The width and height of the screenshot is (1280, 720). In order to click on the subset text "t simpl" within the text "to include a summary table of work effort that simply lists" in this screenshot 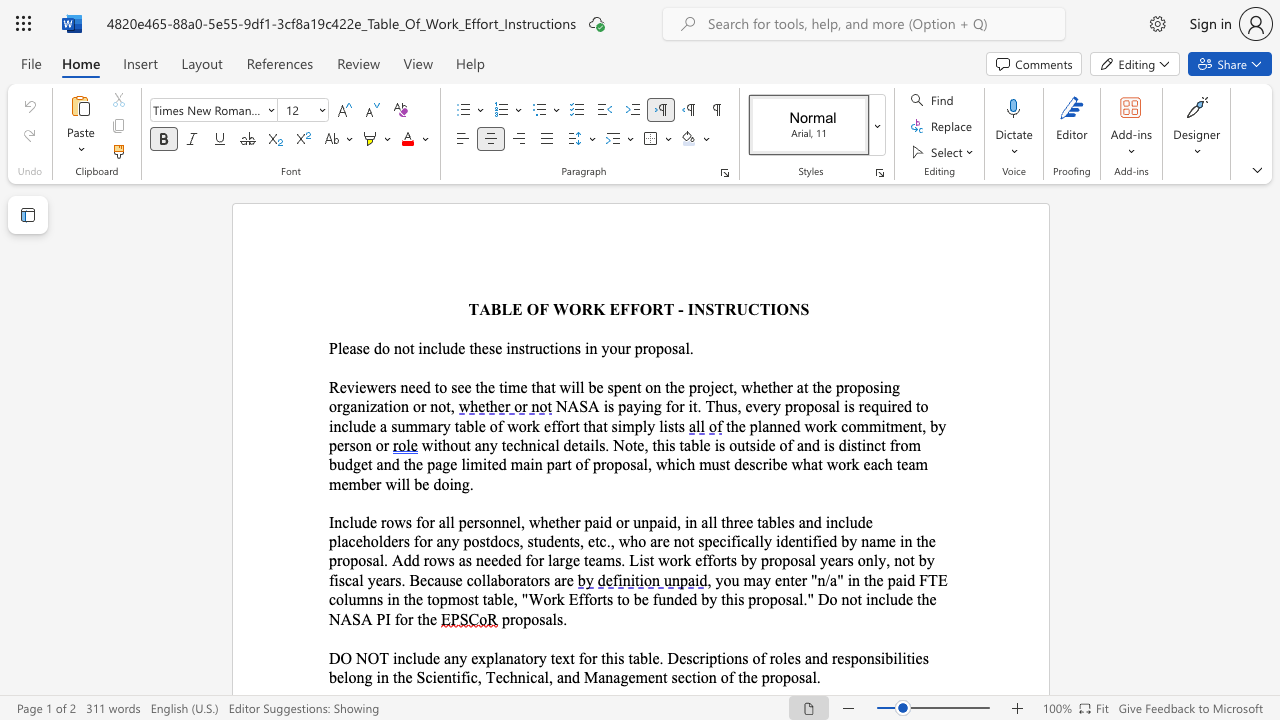, I will do `click(602, 425)`.